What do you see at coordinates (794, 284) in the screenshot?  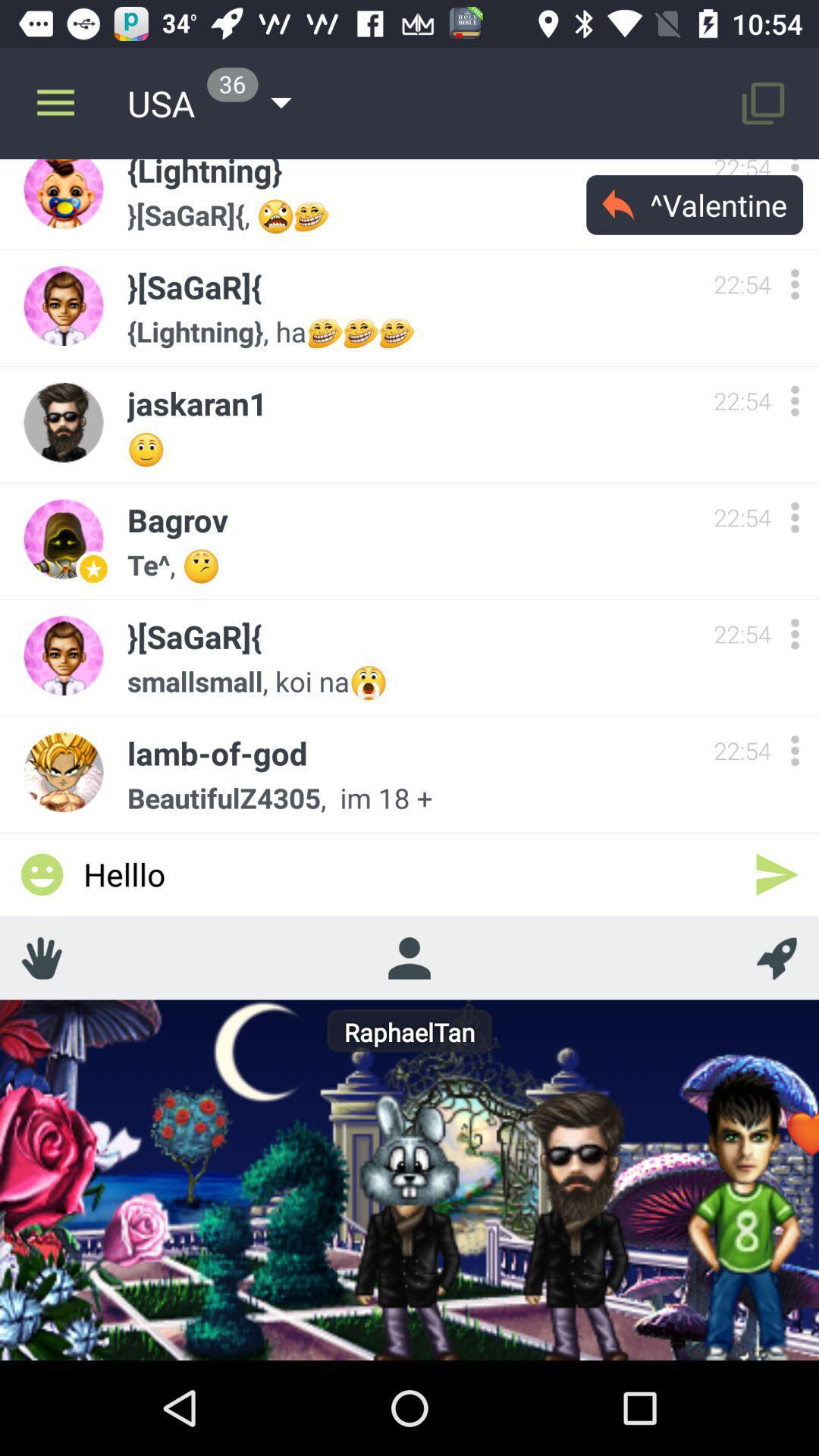 I see `switch autoplay option` at bounding box center [794, 284].